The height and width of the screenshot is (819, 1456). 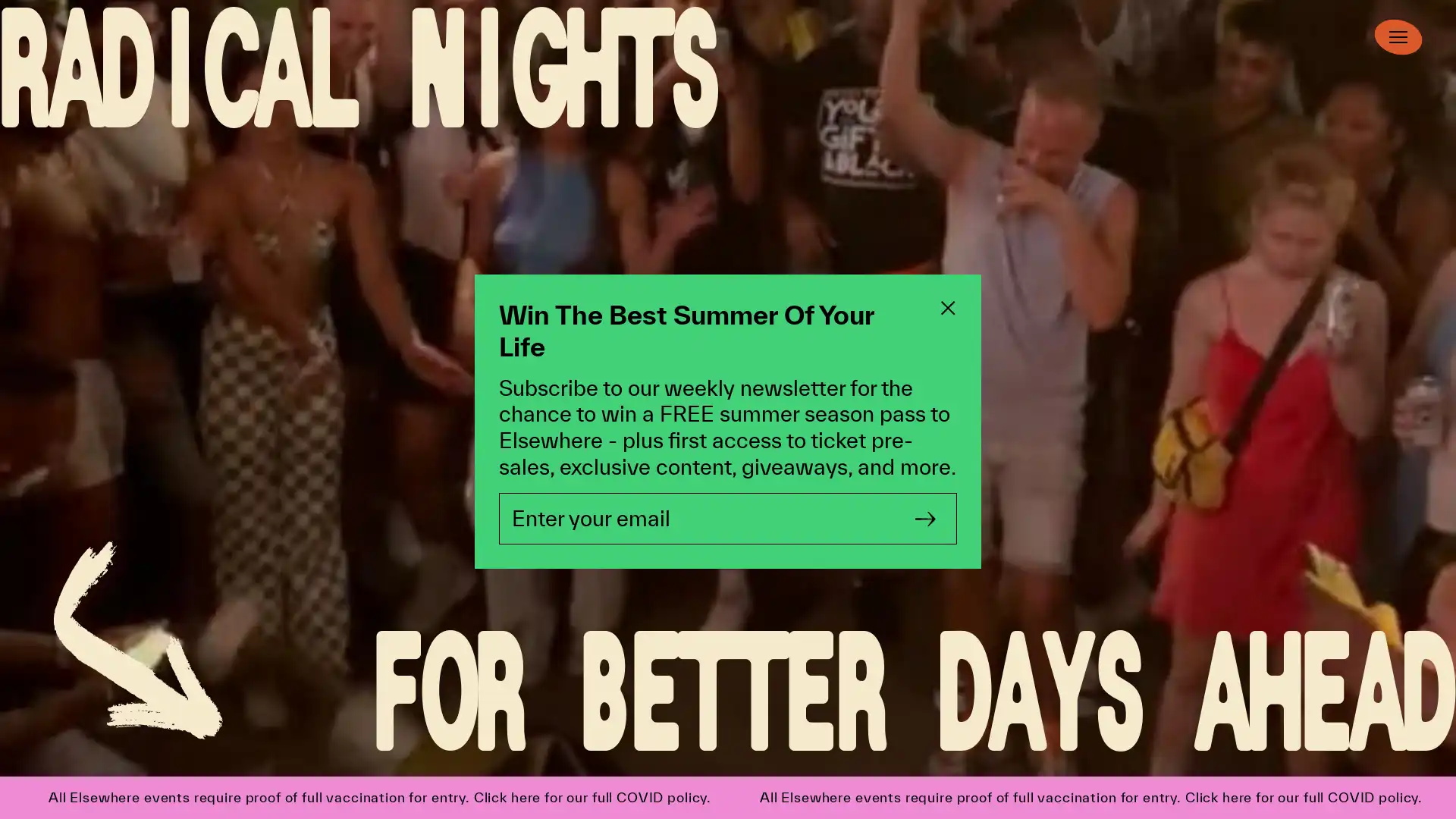 I want to click on Submit, so click(x=924, y=517).